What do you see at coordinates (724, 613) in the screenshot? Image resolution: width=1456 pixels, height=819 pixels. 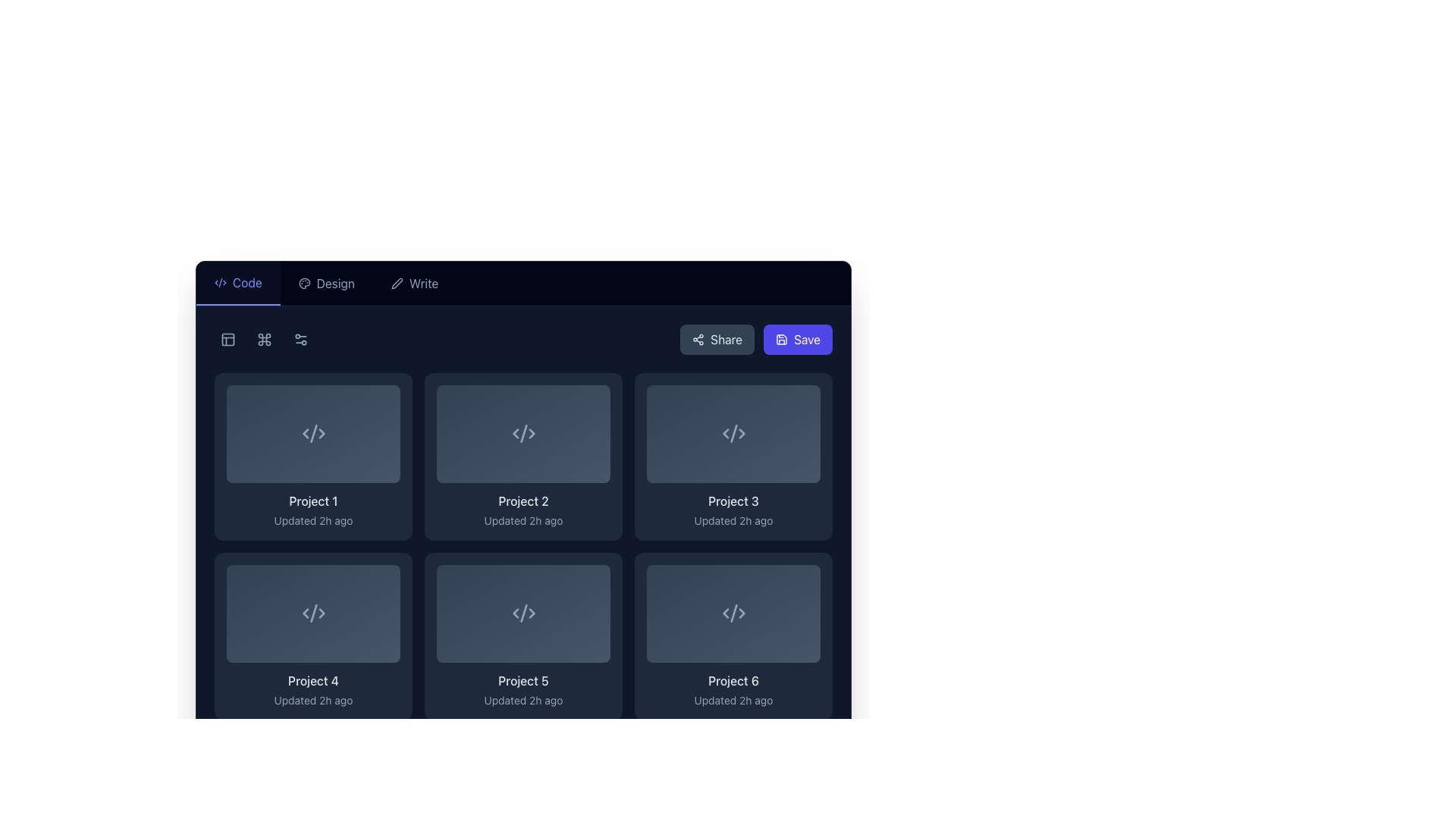 I see `SVG icon representing a start marker for 'Project 6', located in the second row, third column of the grid layout` at bounding box center [724, 613].